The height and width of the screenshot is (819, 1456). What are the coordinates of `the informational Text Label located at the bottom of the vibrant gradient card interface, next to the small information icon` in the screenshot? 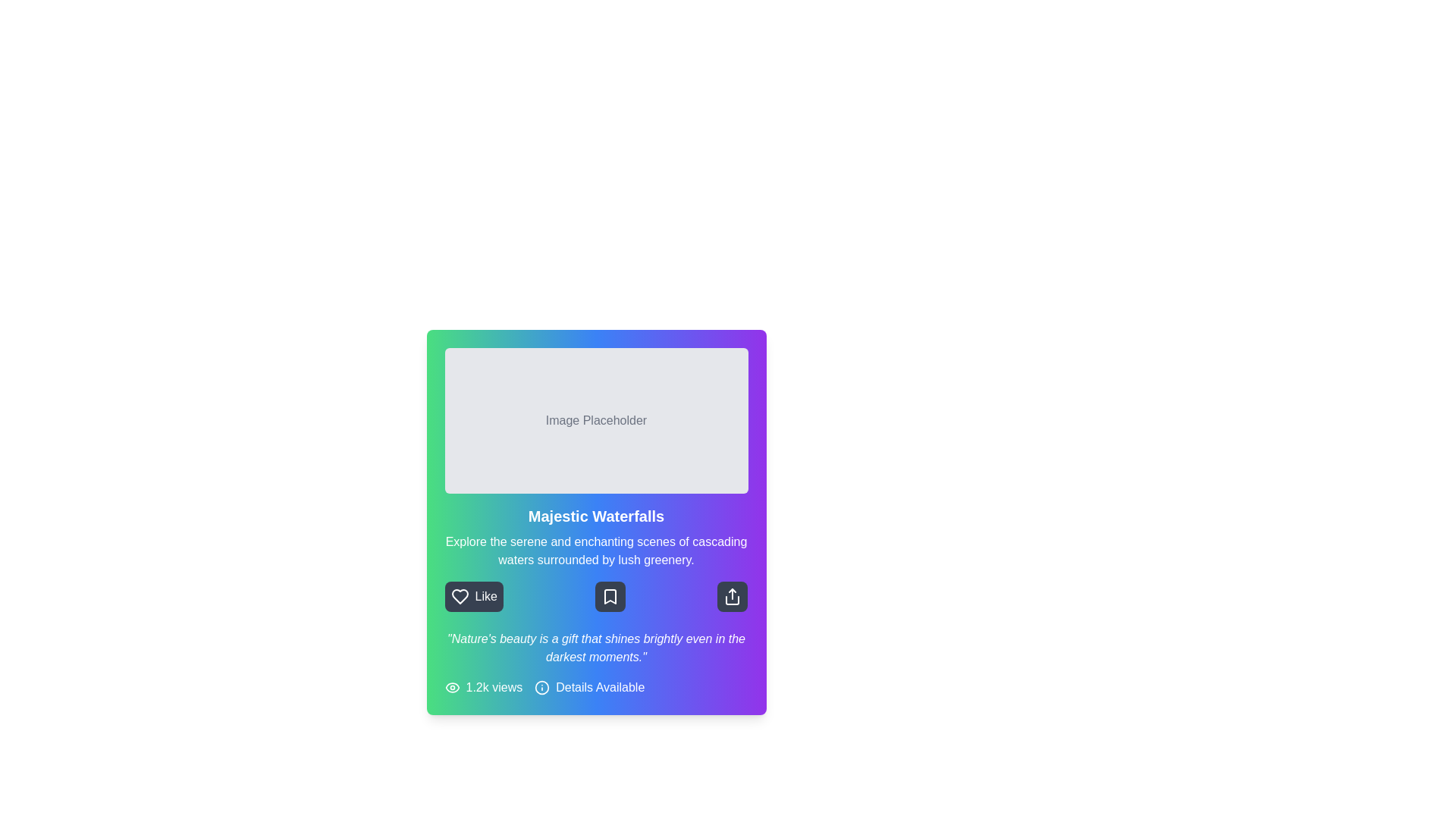 It's located at (599, 687).